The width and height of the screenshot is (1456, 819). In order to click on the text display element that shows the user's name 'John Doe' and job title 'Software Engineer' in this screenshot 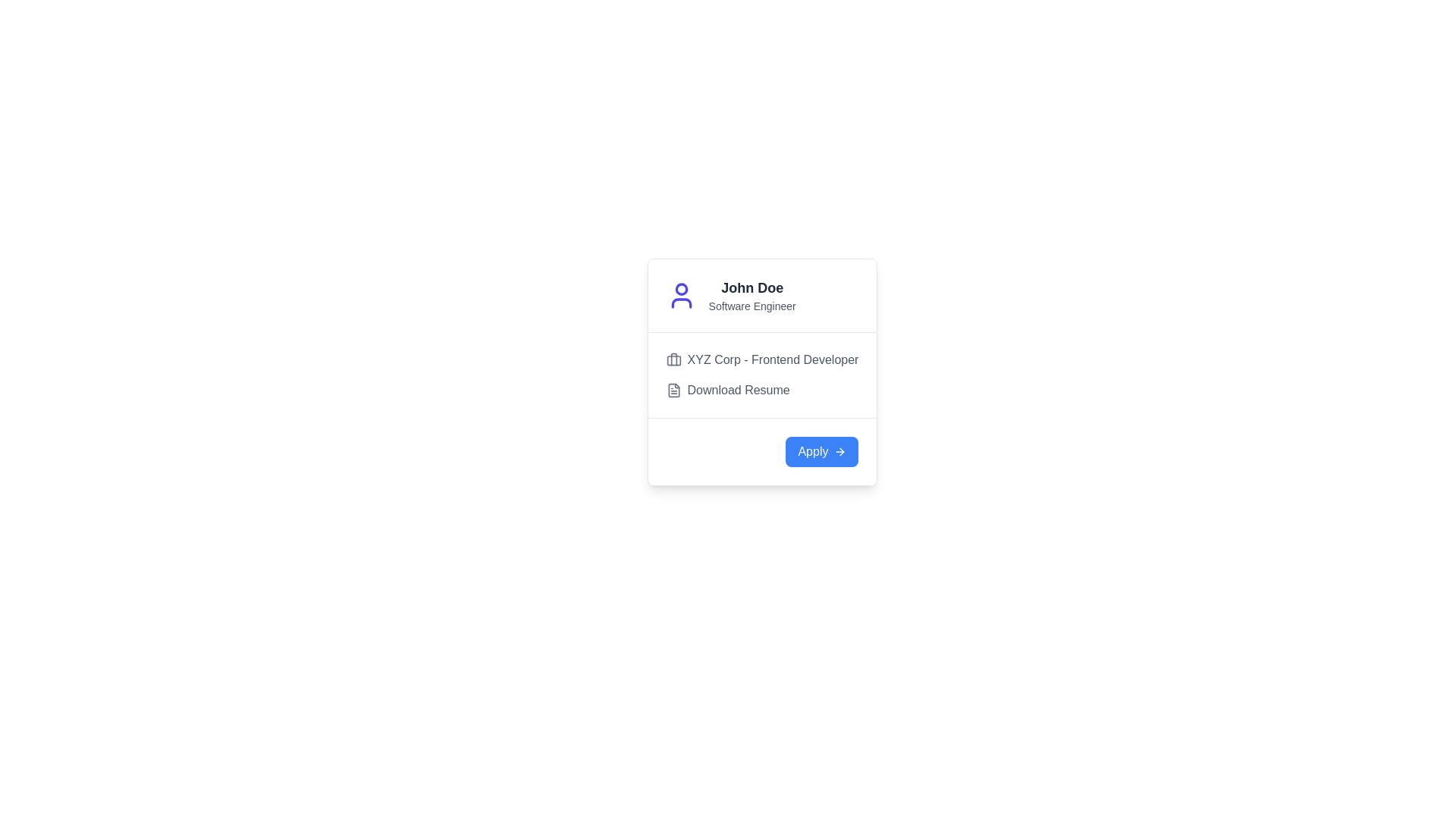, I will do `click(752, 295)`.